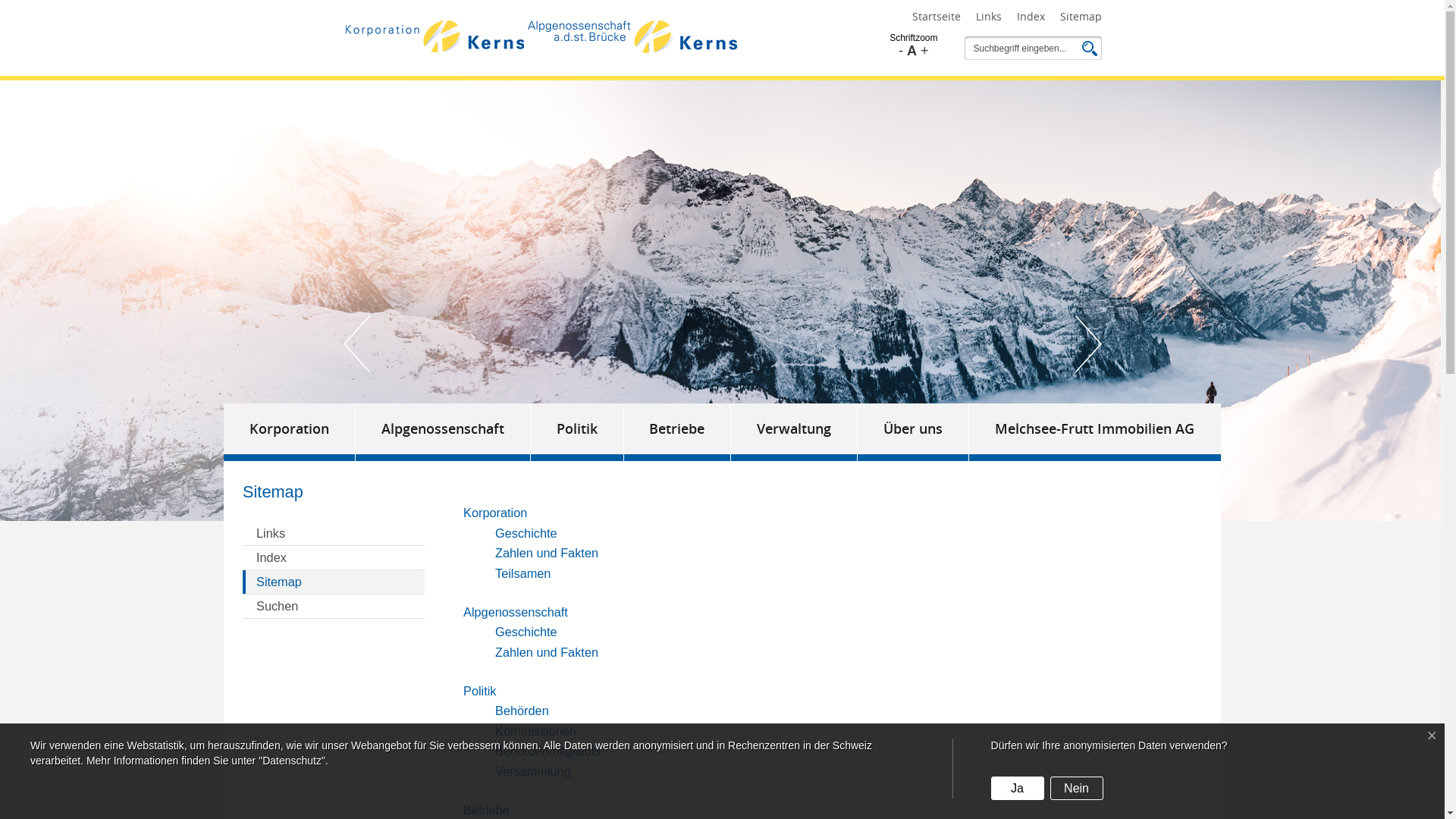  I want to click on 'Teilsamen', so click(522, 573).